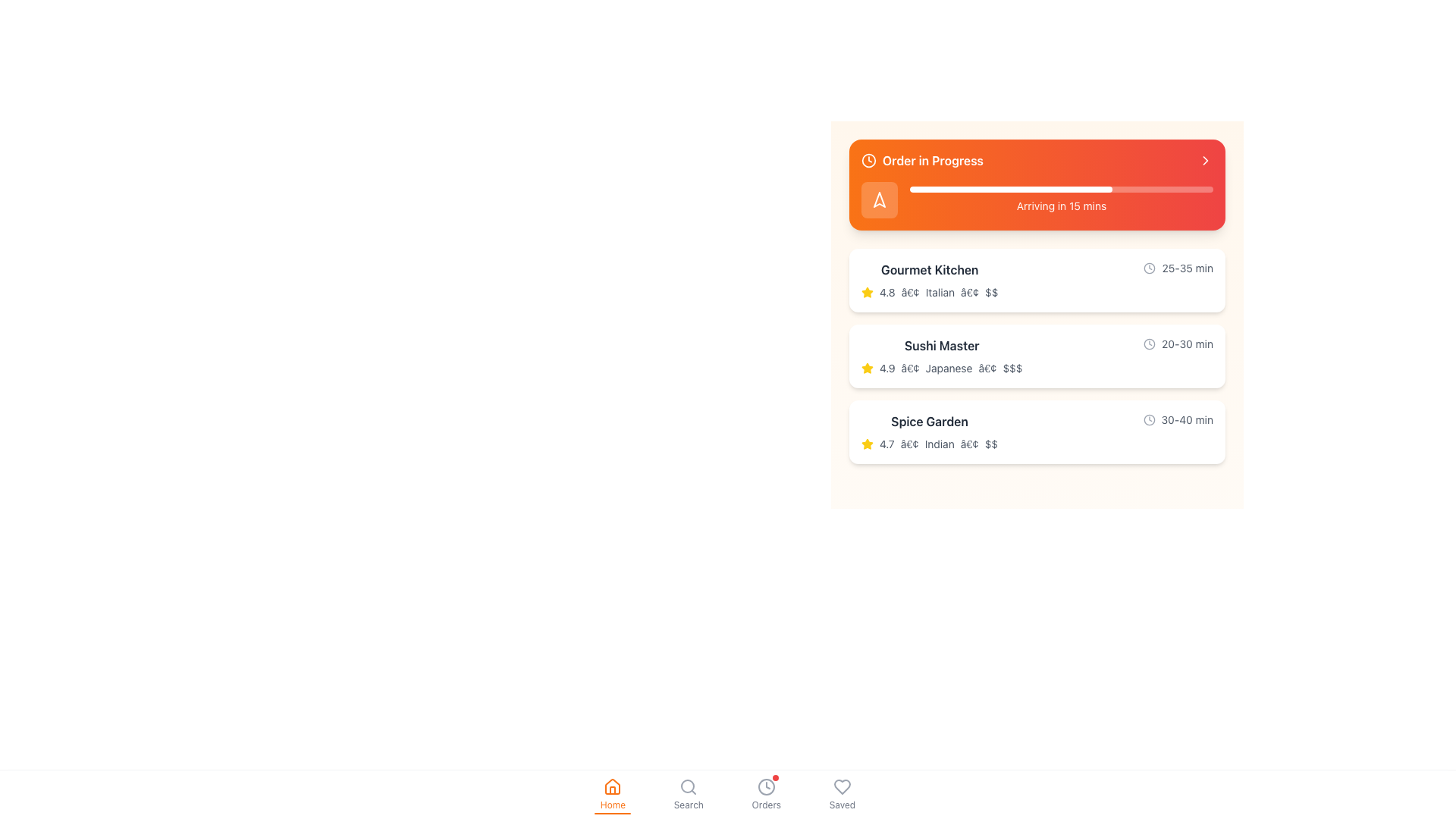 The height and width of the screenshot is (819, 1456). What do you see at coordinates (939, 292) in the screenshot?
I see `the Text label that specifies the cuisine type of the restaurant ('Italian') for 'Gourmet Kitchen', located after the rating score (4.8) and before the price category ($$)` at bounding box center [939, 292].